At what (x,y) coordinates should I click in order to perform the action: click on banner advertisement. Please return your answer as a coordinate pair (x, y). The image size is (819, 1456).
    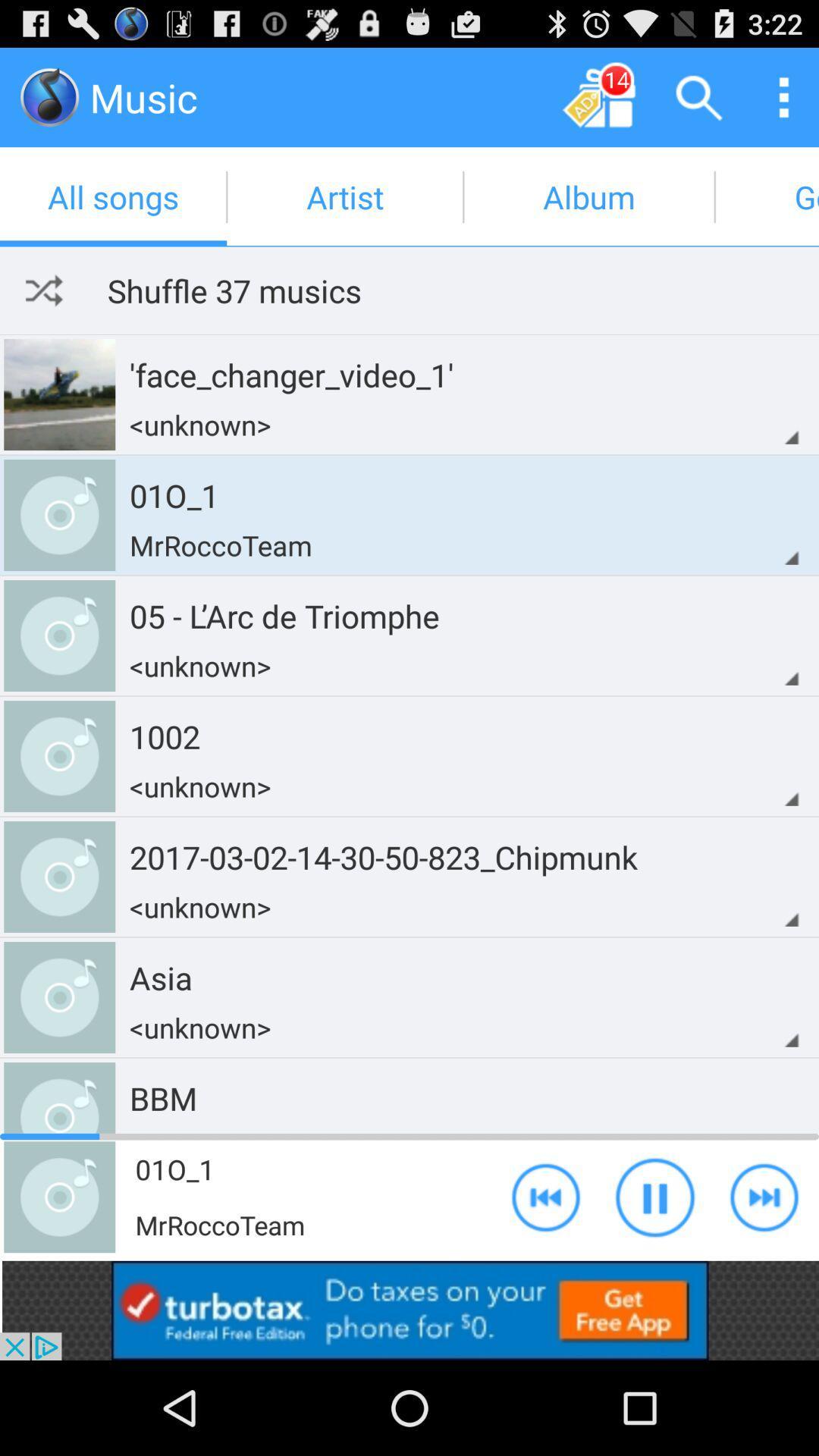
    Looking at the image, I should click on (409, 1310).